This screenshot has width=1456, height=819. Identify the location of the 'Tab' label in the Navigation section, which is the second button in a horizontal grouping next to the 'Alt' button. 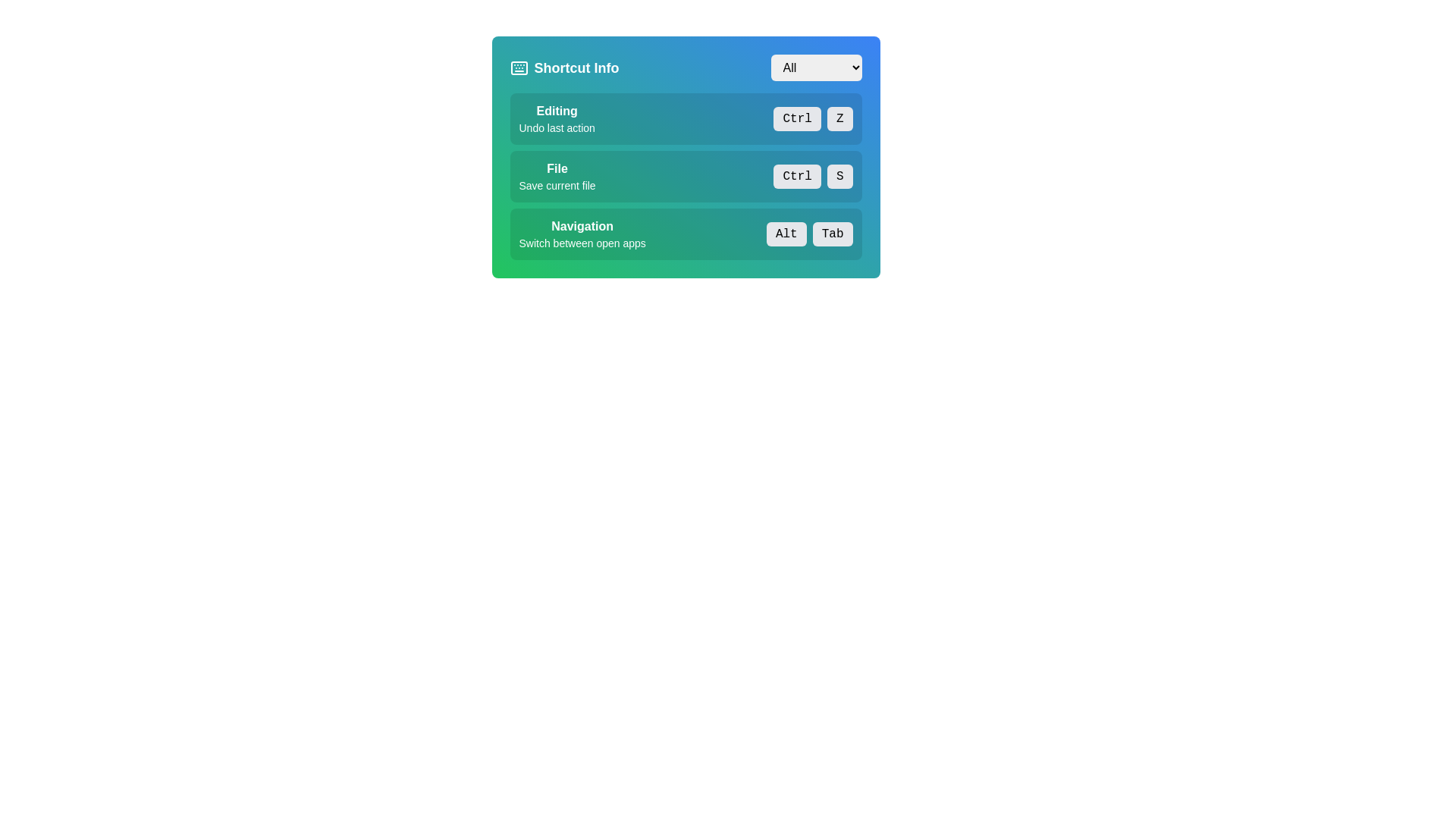
(832, 234).